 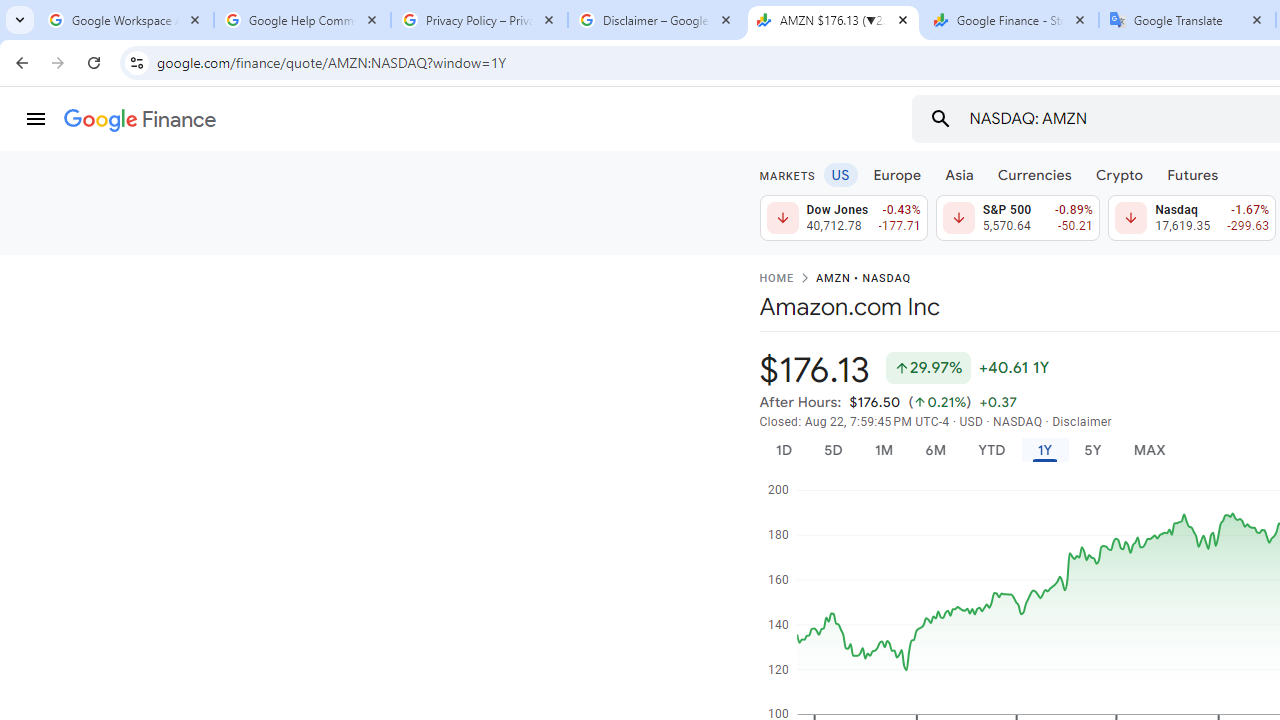 I want to click on '6M', so click(x=934, y=450).